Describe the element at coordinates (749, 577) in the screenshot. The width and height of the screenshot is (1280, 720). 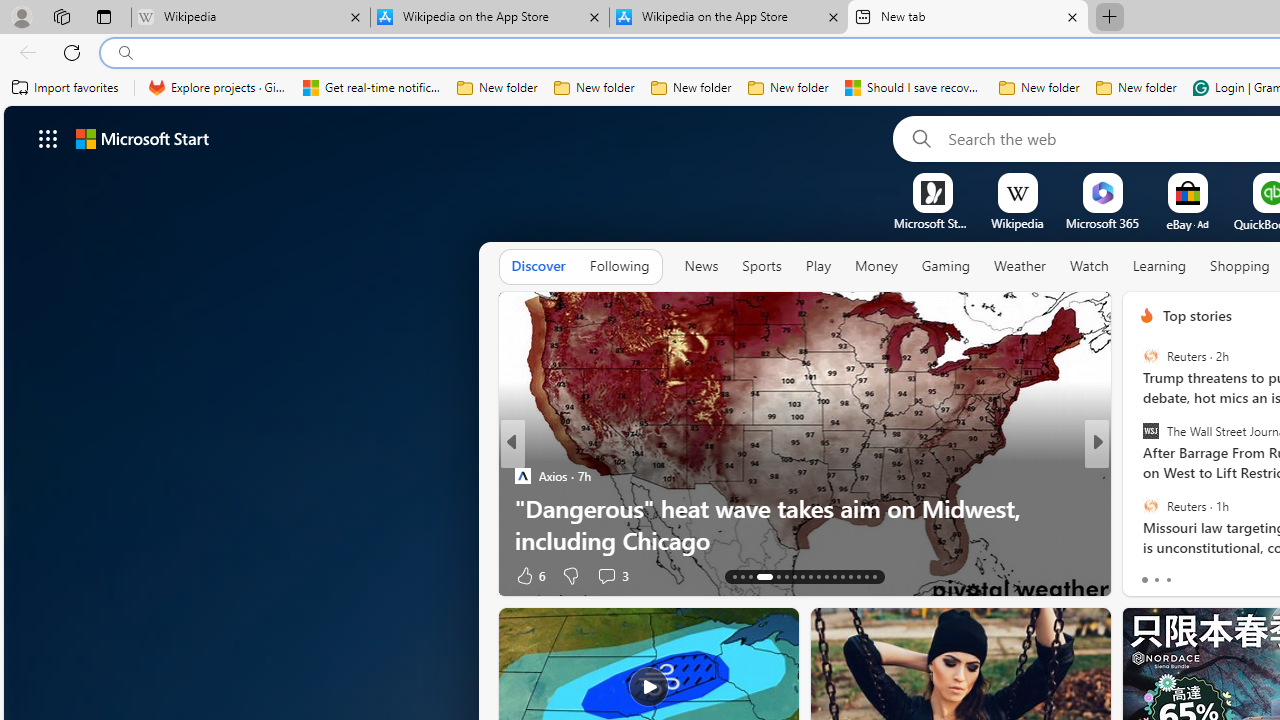
I see `'AutomationID: tab-15'` at that location.